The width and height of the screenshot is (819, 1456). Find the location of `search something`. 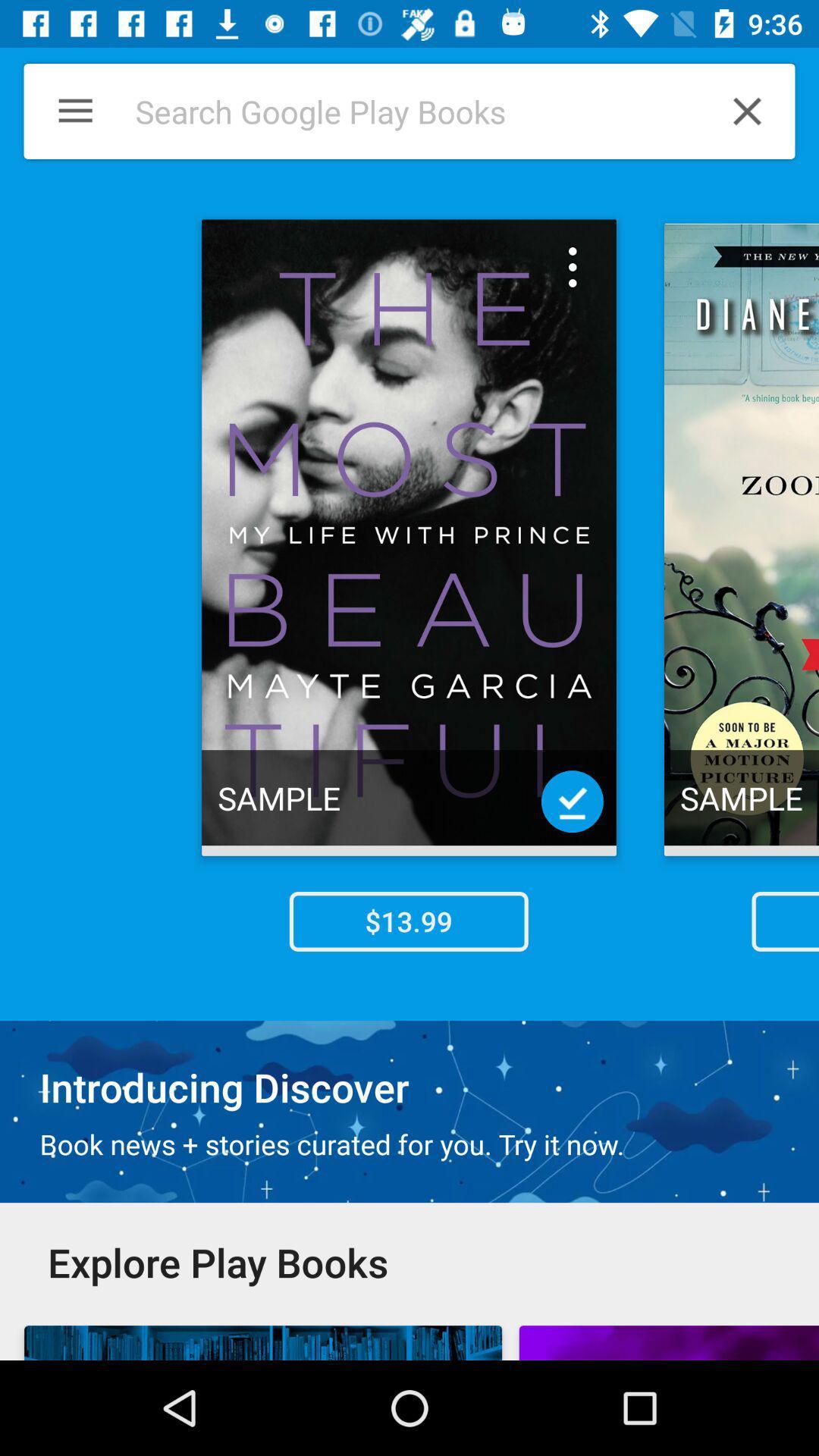

search something is located at coordinates (400, 111).